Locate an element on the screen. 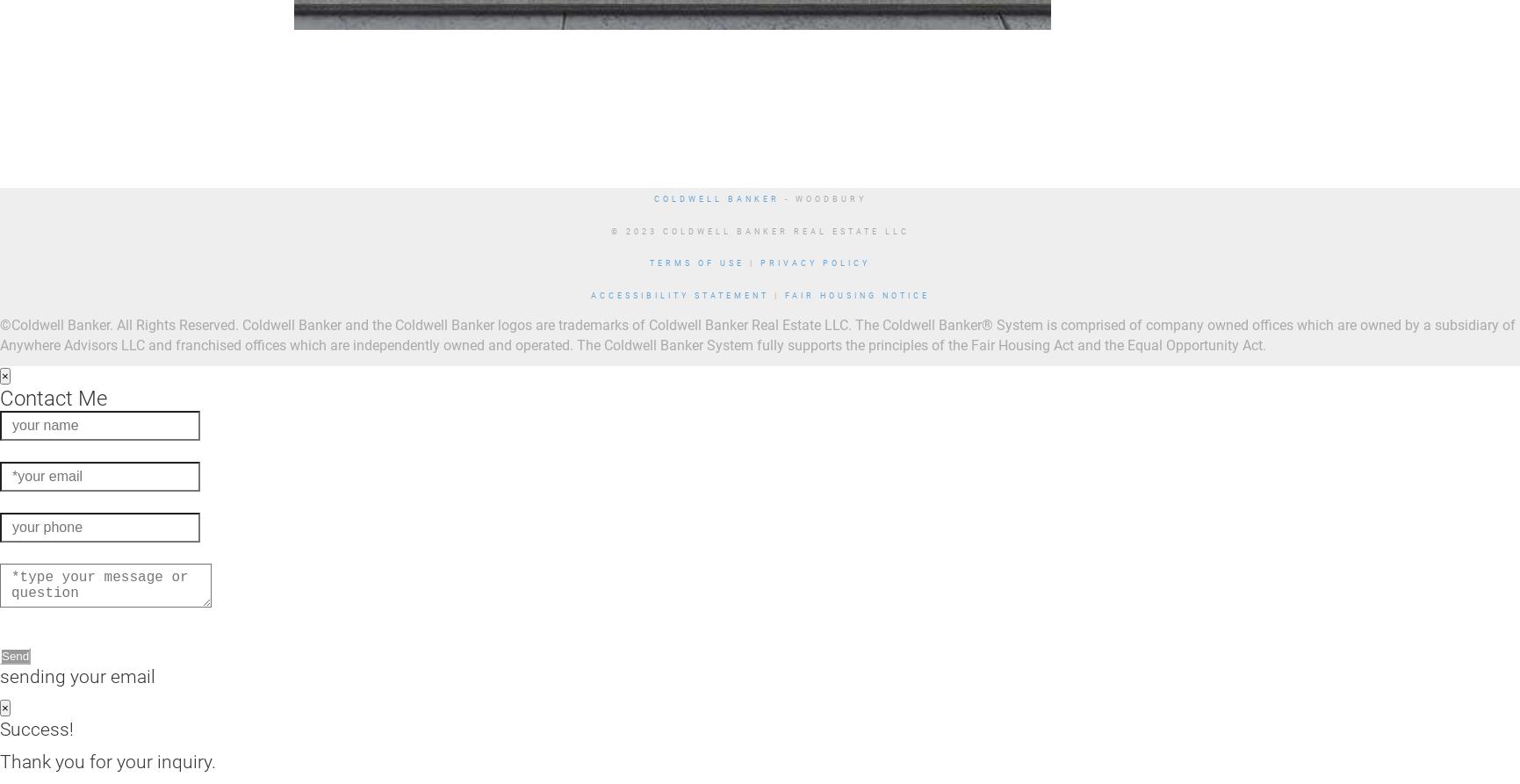 This screenshot has height=784, width=1520. 'Name looks great.' is located at coordinates (54, 448).